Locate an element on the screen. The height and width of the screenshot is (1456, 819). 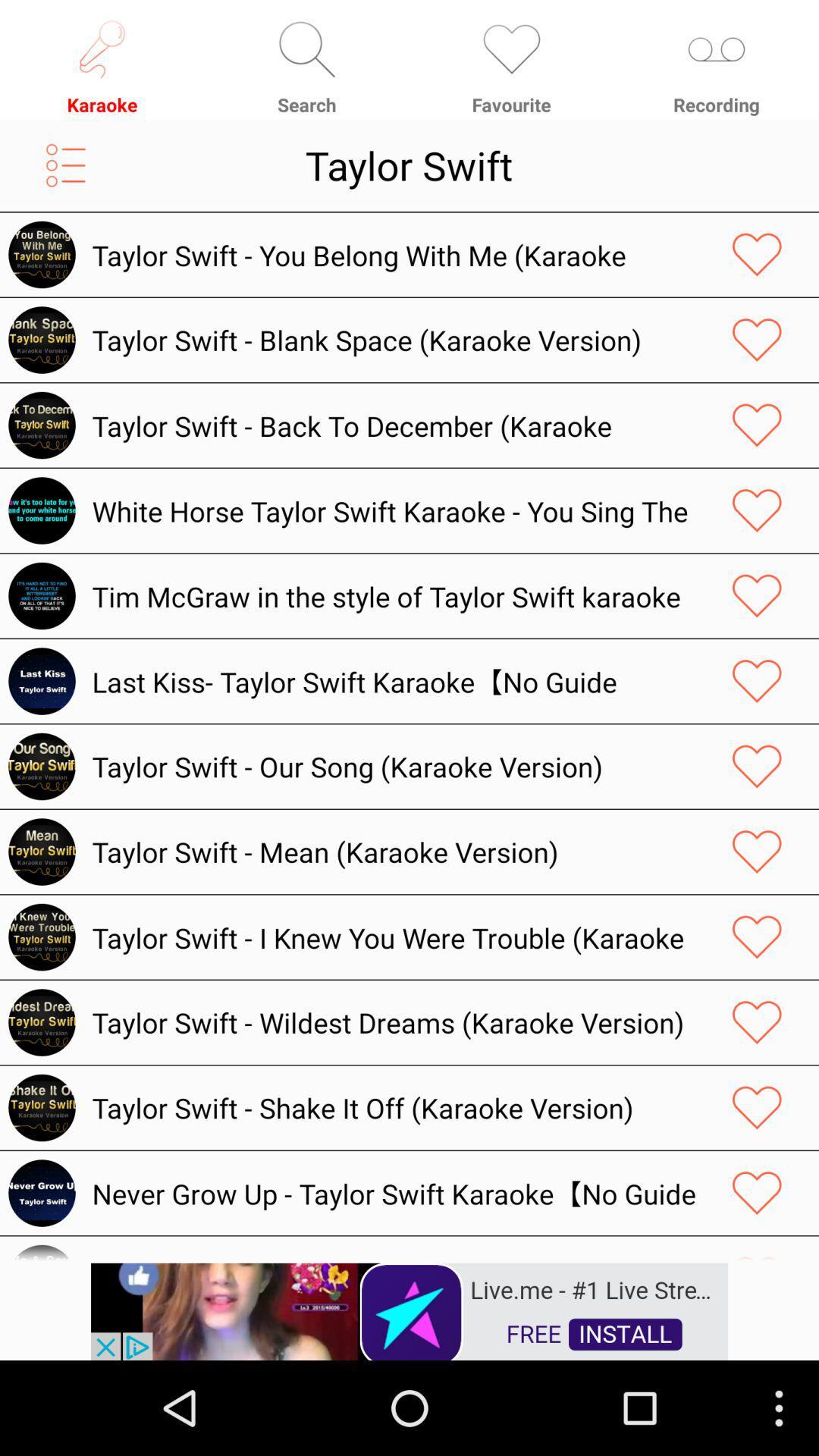
favourite is located at coordinates (757, 339).